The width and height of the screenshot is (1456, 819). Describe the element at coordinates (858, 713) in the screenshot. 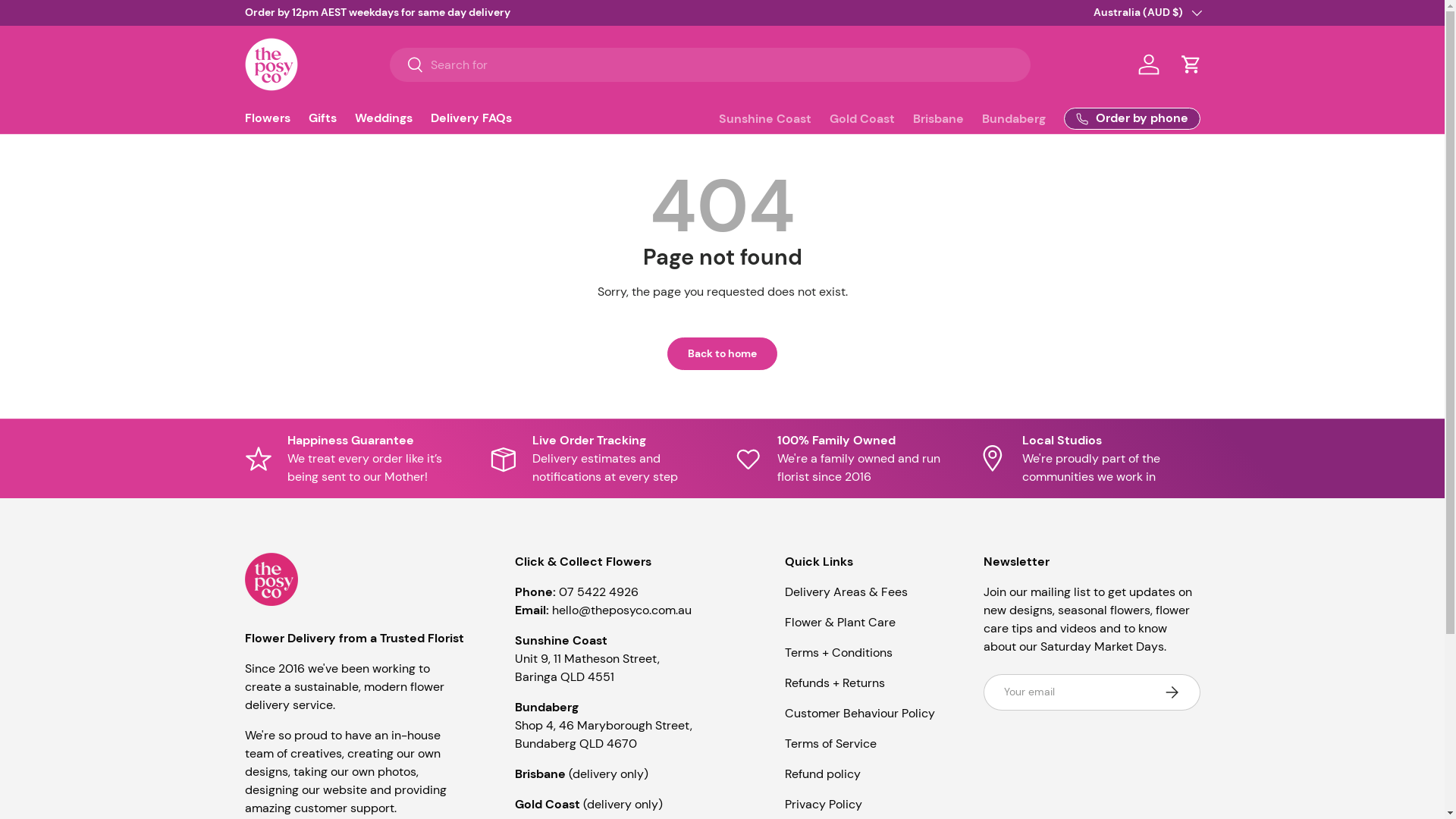

I see `'Customer Behaviour Policy'` at that location.